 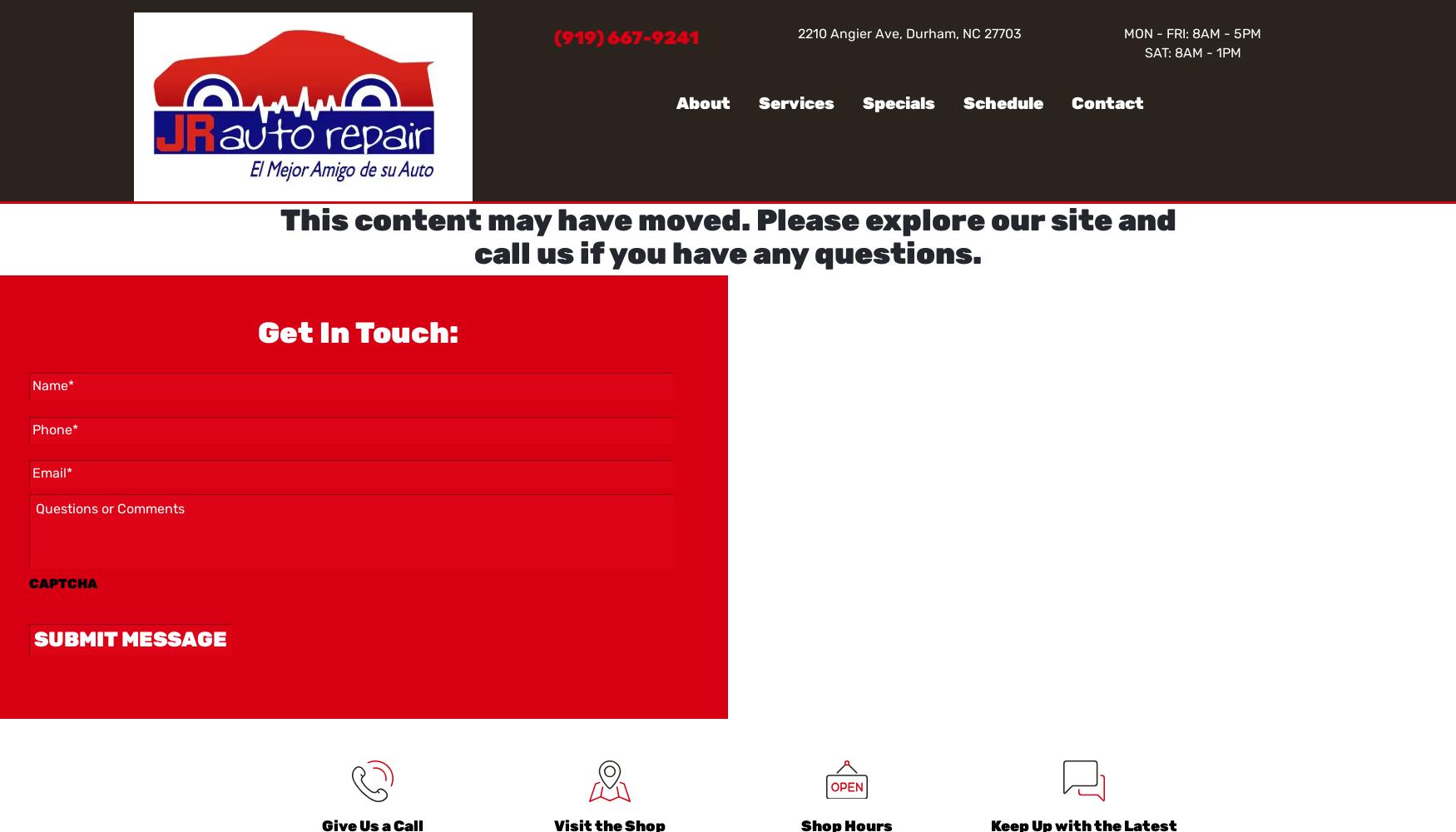 What do you see at coordinates (898, 102) in the screenshot?
I see `'Specials'` at bounding box center [898, 102].